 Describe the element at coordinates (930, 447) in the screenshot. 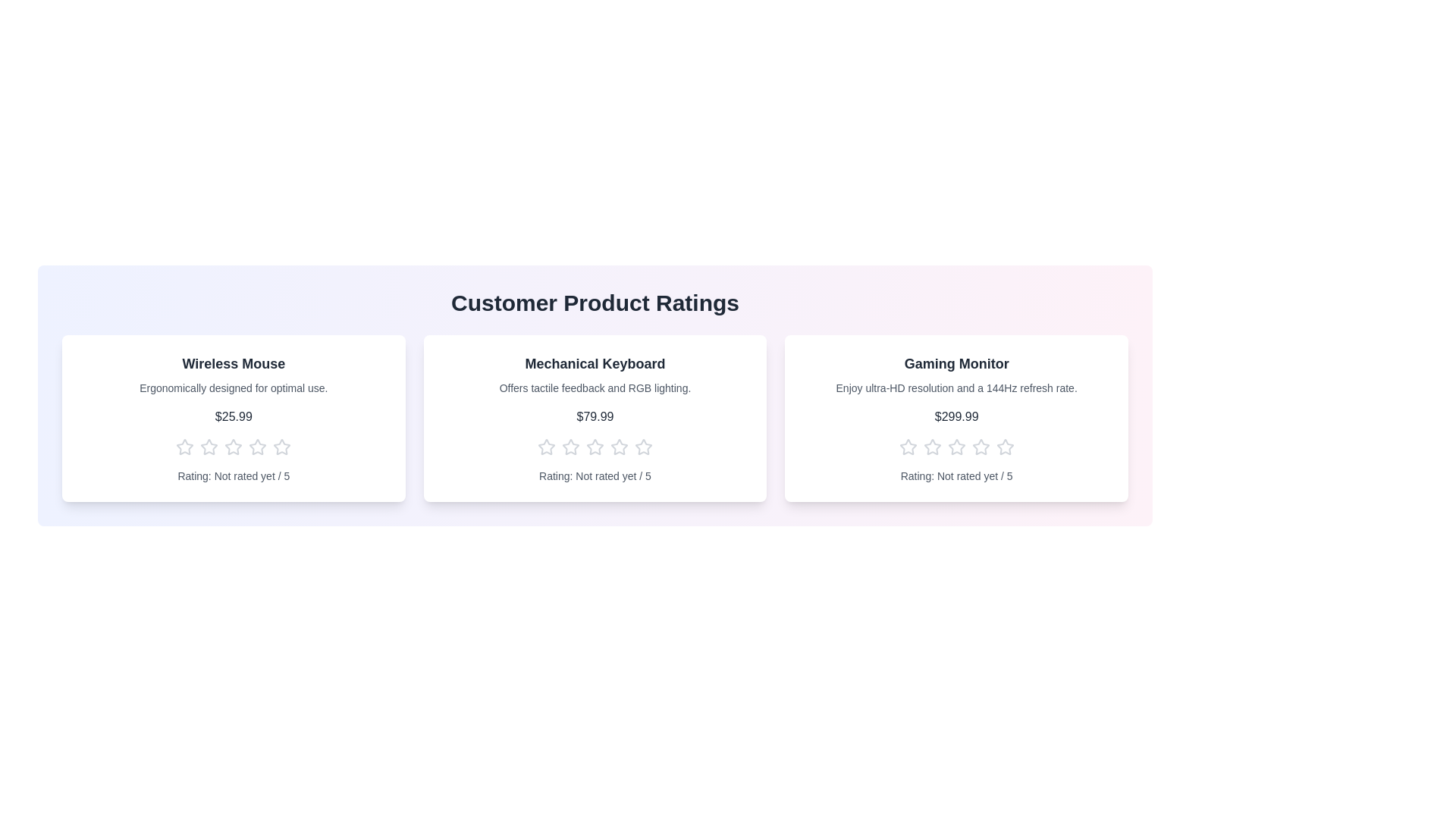

I see `the star corresponding to the rating 2 for the product Gaming Monitor` at that location.